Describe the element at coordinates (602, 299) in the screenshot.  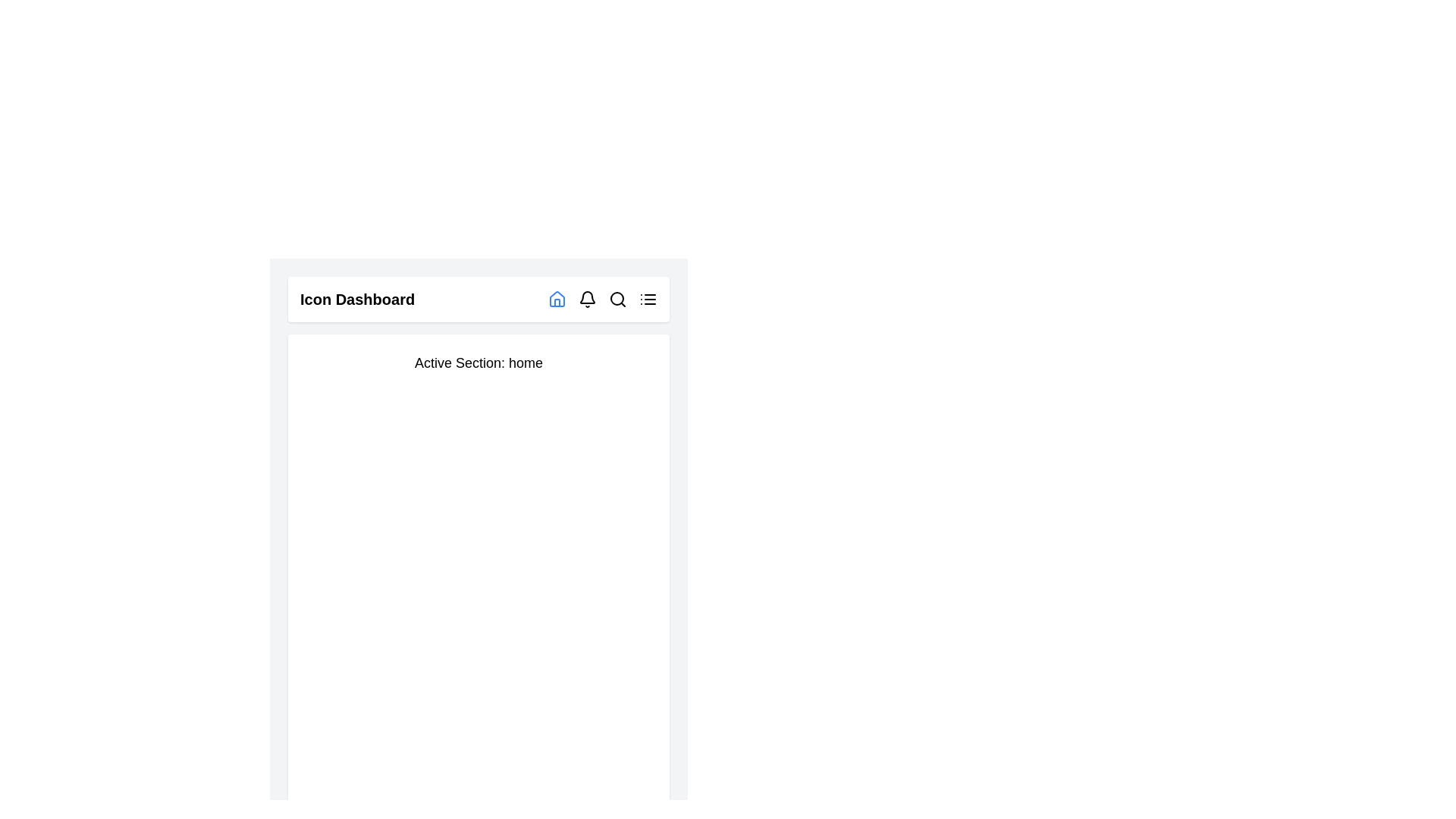
I see `the icon group located on the right side of the dashboard header labeled 'Icon Dashboard'` at that location.